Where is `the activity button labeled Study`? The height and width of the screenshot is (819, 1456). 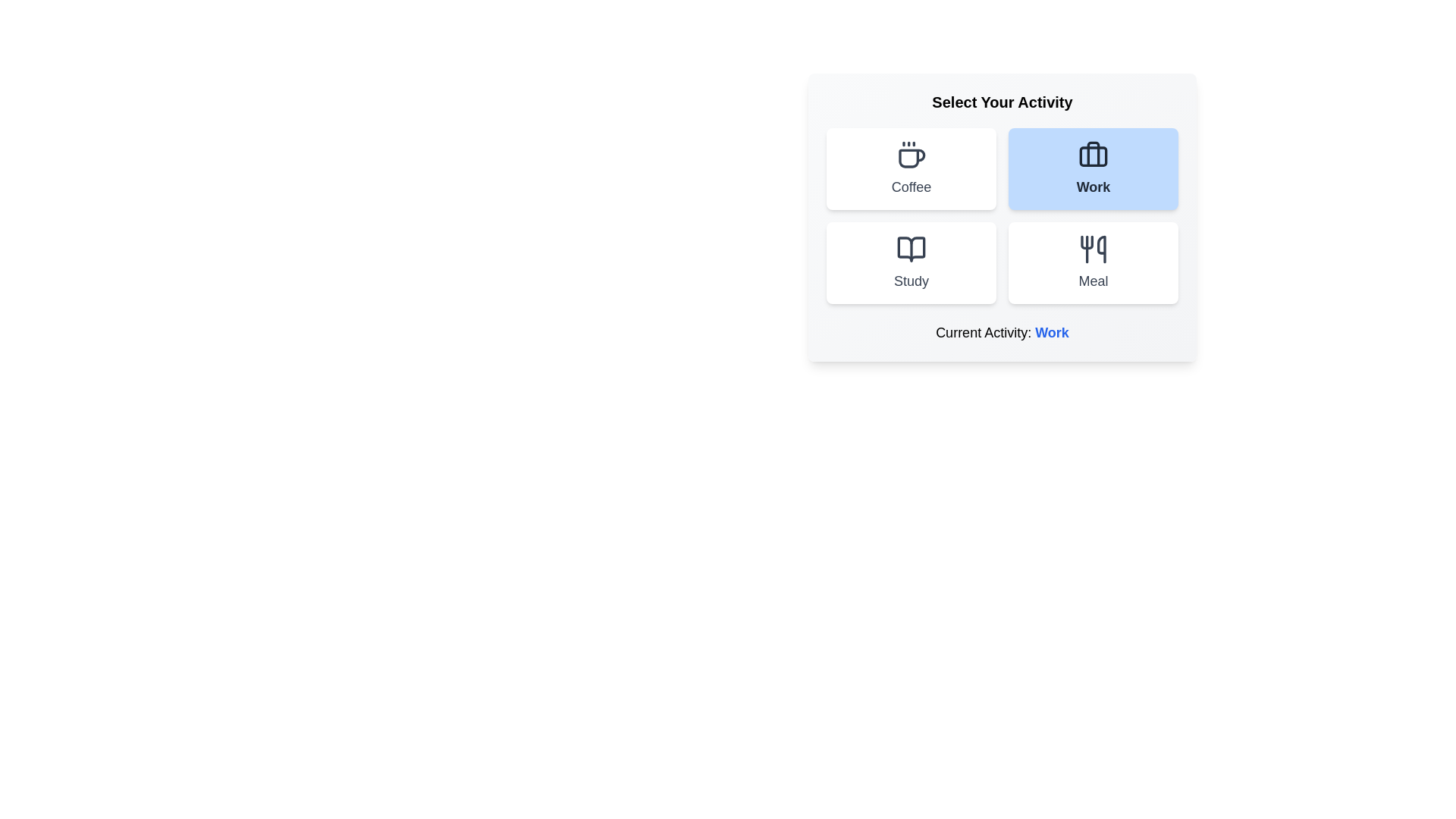 the activity button labeled Study is located at coordinates (910, 262).